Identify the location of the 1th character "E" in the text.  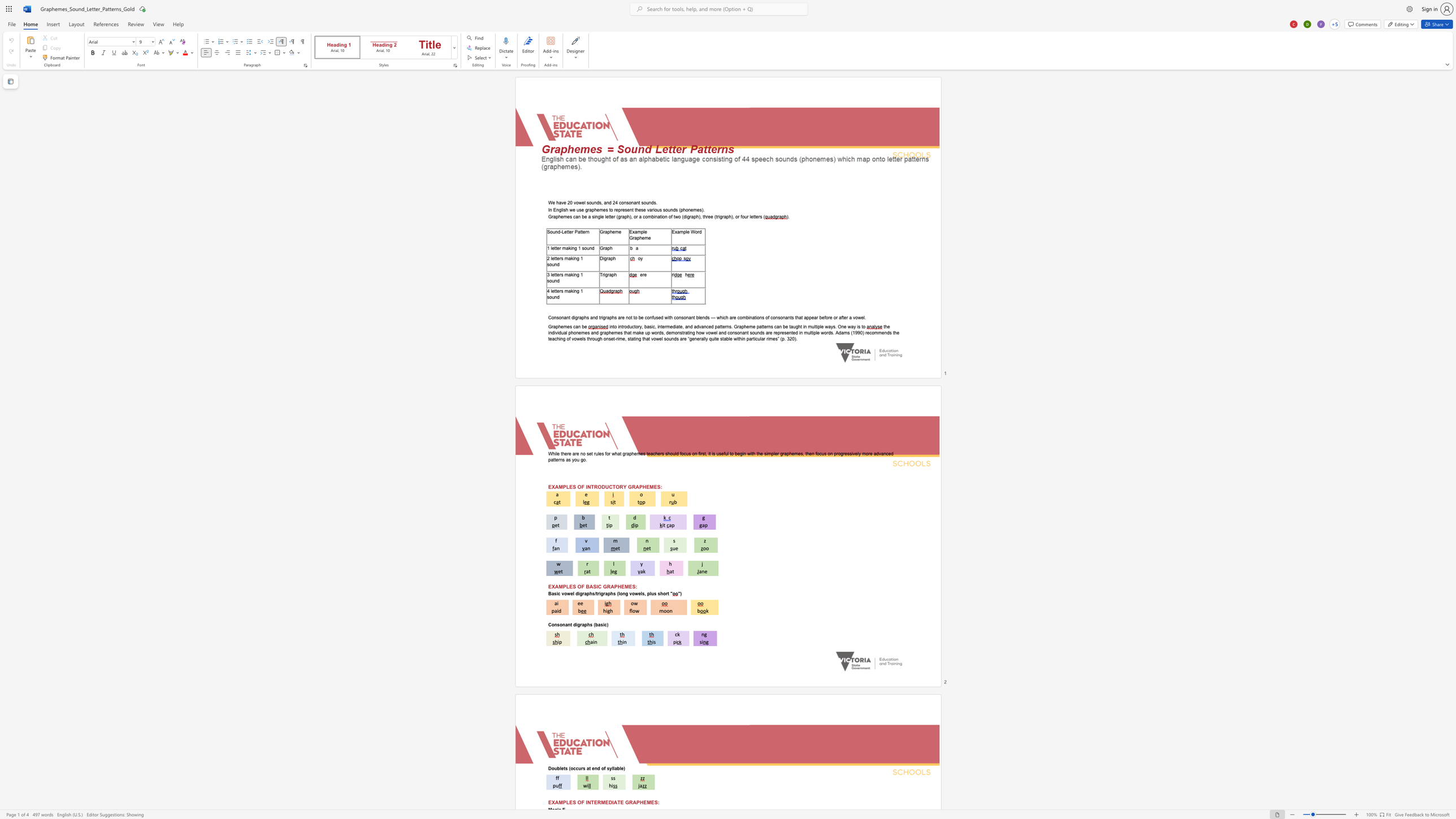
(554, 209).